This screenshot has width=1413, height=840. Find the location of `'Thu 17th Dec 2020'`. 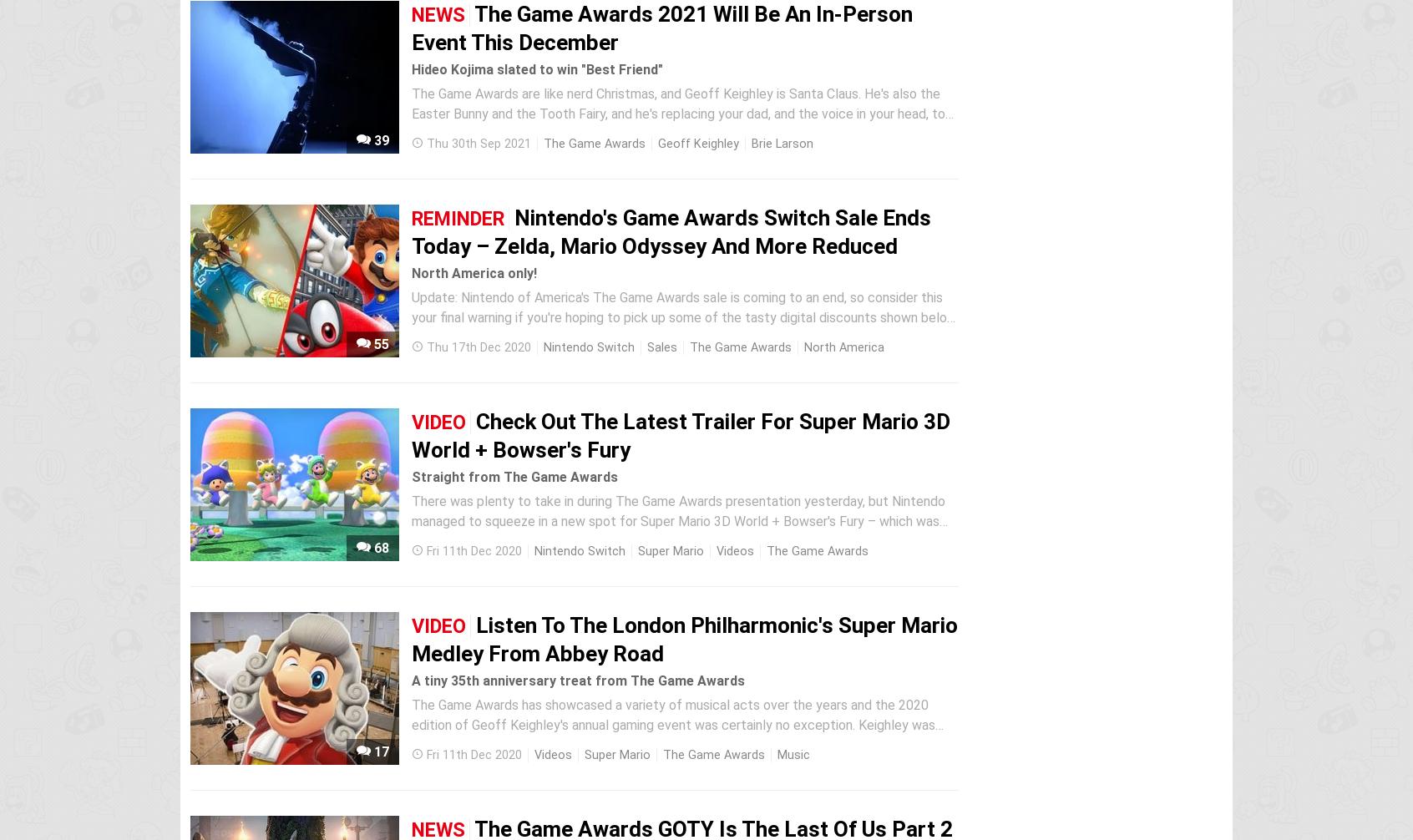

'Thu 17th Dec 2020' is located at coordinates (478, 347).